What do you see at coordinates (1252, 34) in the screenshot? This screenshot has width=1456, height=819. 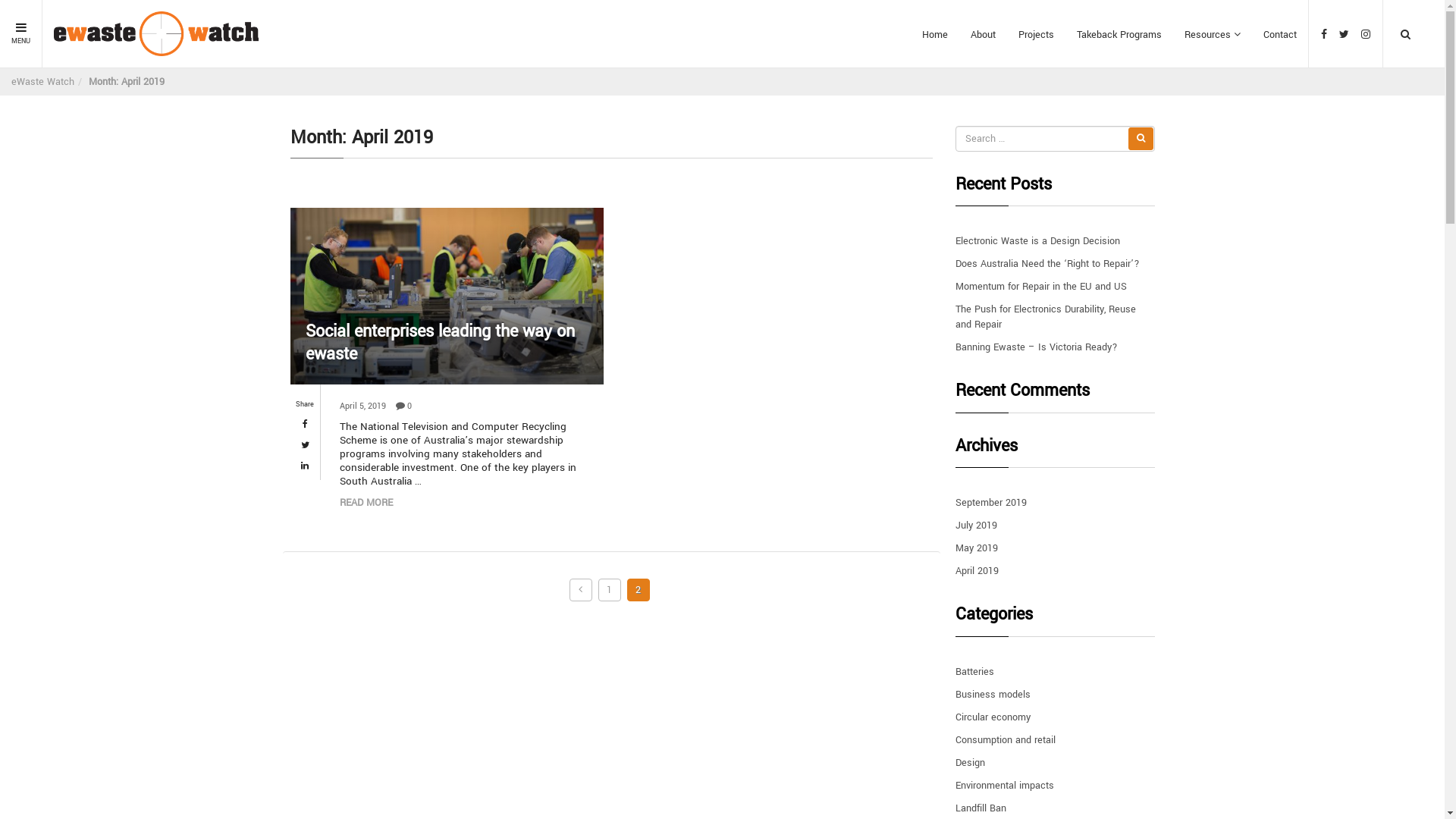 I see `'Contact'` at bounding box center [1252, 34].